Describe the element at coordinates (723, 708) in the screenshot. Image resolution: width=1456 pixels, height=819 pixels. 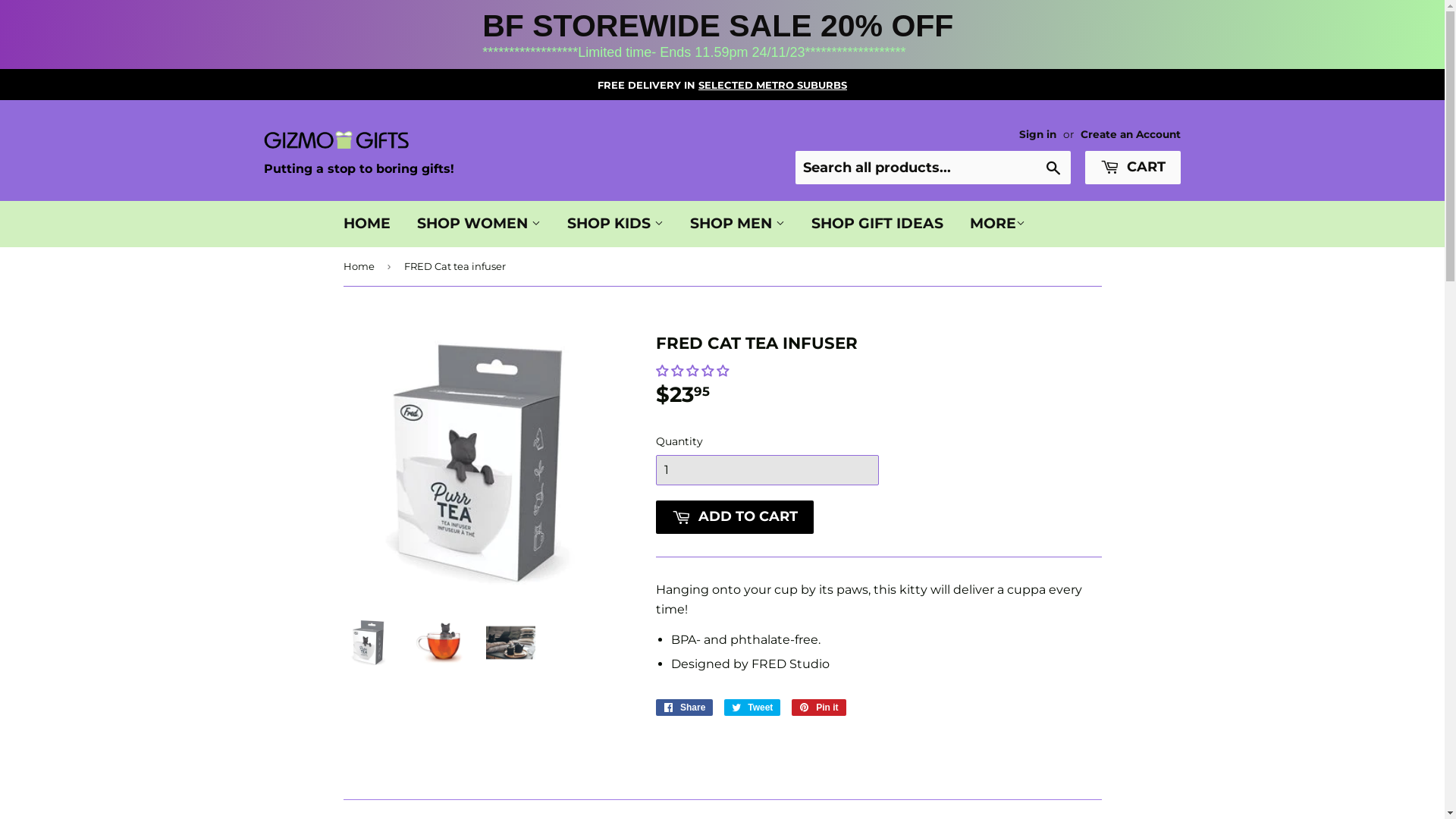
I see `'Tweet` at that location.